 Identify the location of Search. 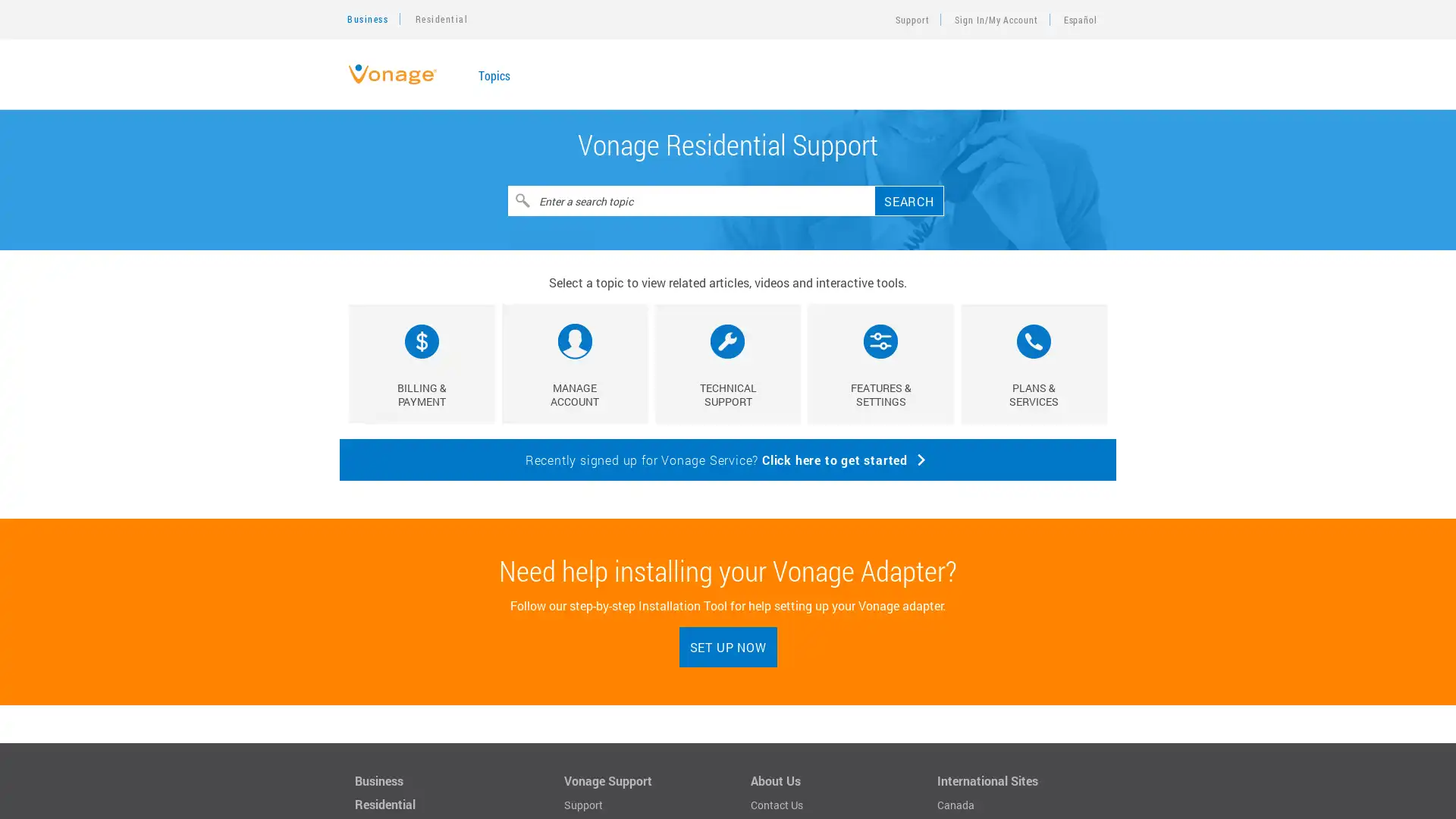
(909, 200).